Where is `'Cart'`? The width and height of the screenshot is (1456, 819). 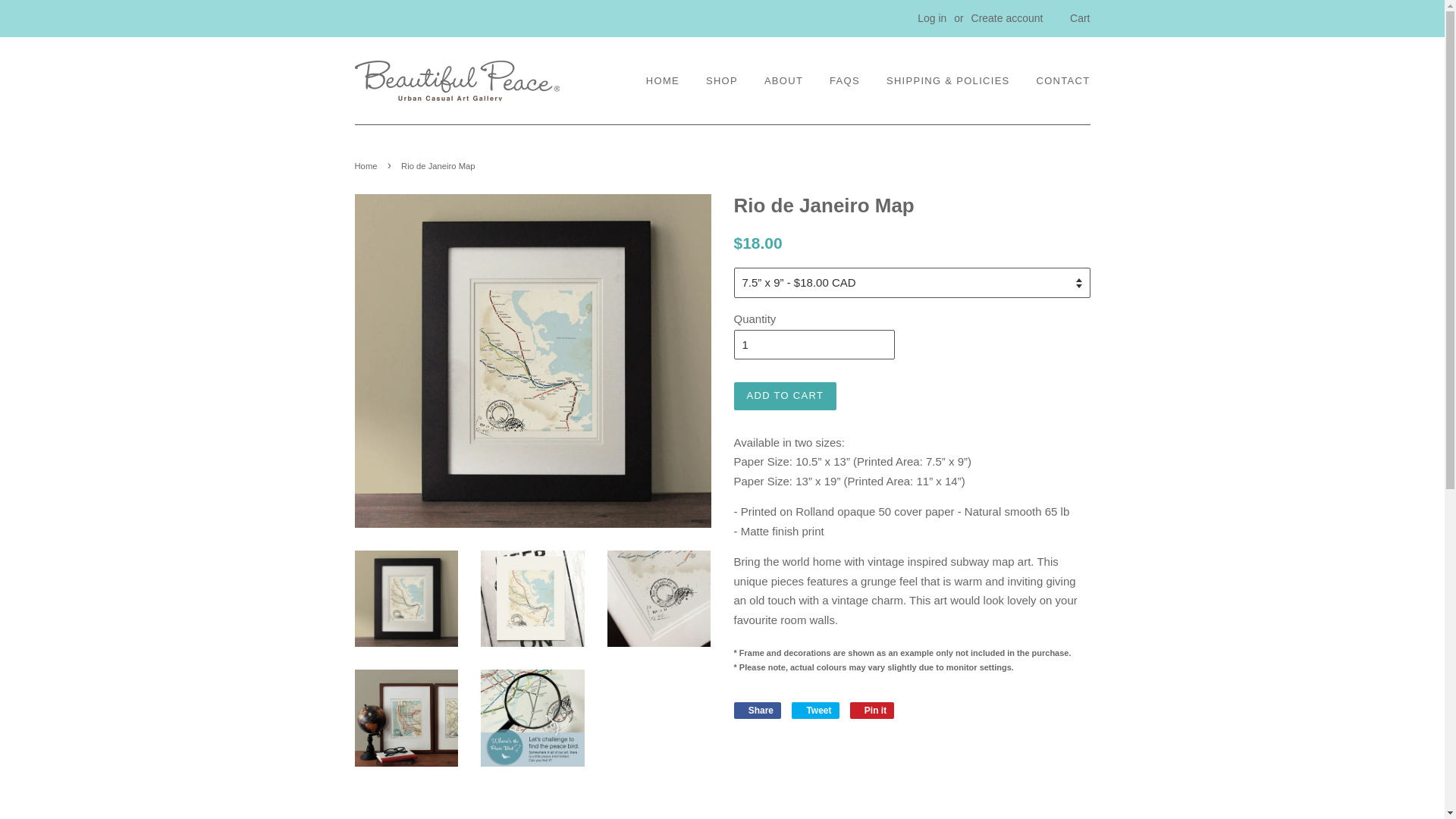 'Cart' is located at coordinates (1079, 18).